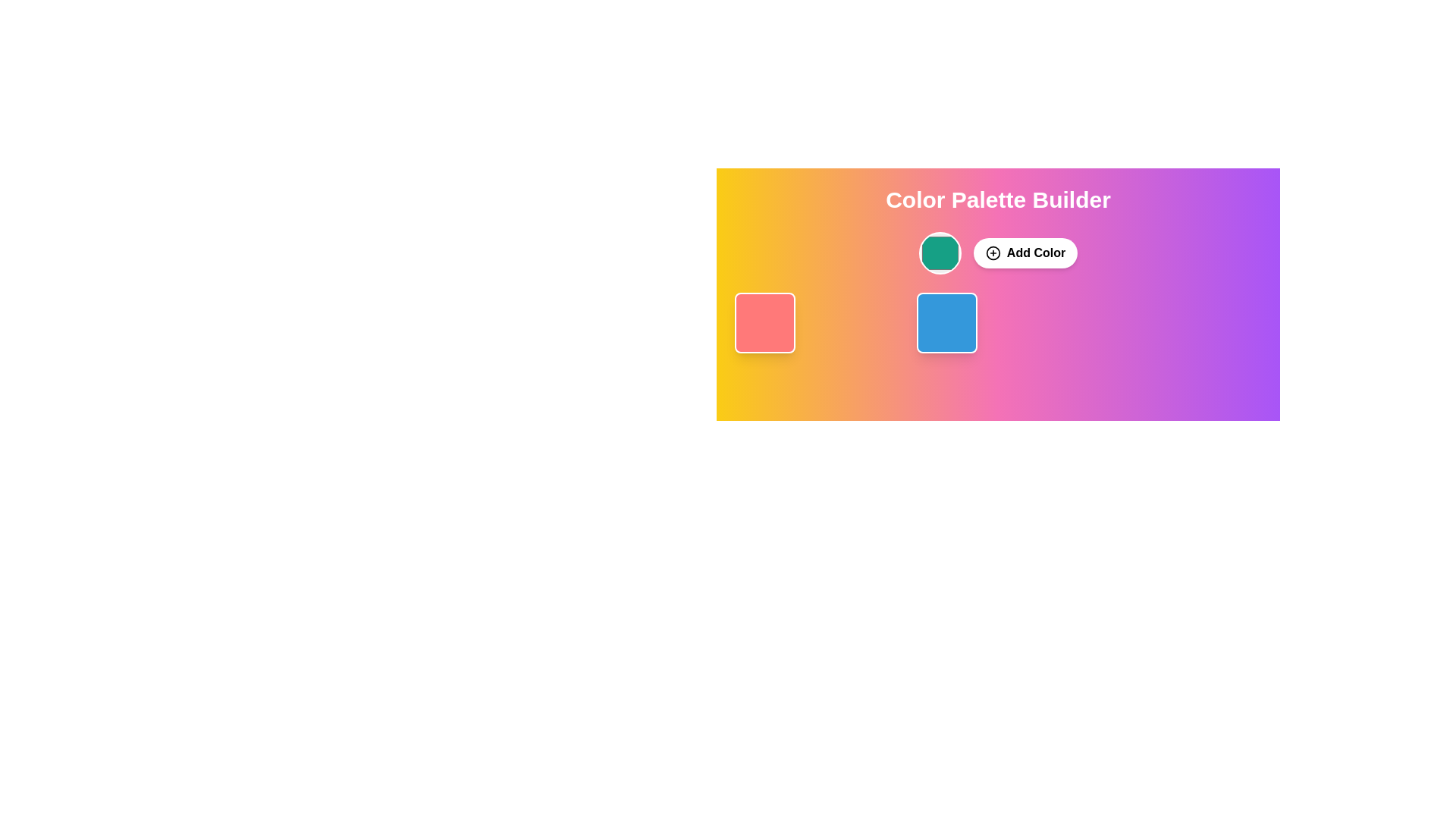  What do you see at coordinates (998, 253) in the screenshot?
I see `the 'Add Color' button, which has a rounded white background and bold black text, located under the 'Color Palette Builder' header` at bounding box center [998, 253].